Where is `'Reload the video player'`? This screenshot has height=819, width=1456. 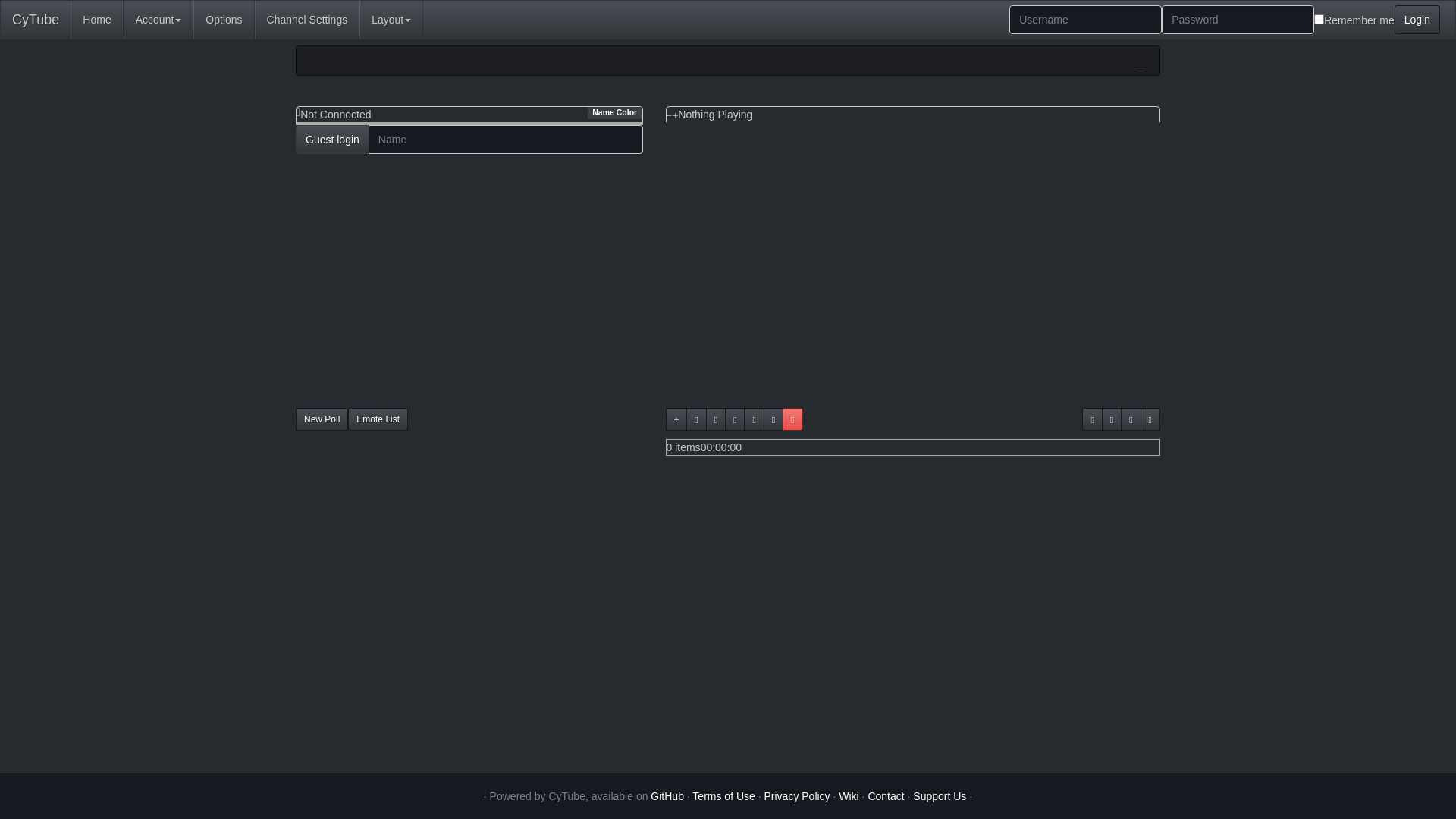
'Reload the video player' is located at coordinates (1092, 419).